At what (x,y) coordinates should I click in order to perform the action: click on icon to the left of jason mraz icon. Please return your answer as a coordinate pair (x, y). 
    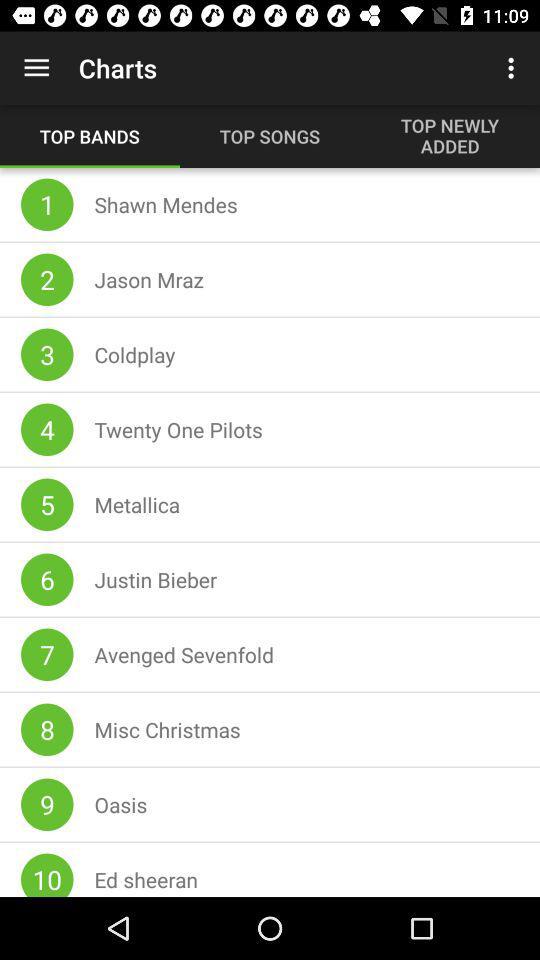
    Looking at the image, I should click on (47, 278).